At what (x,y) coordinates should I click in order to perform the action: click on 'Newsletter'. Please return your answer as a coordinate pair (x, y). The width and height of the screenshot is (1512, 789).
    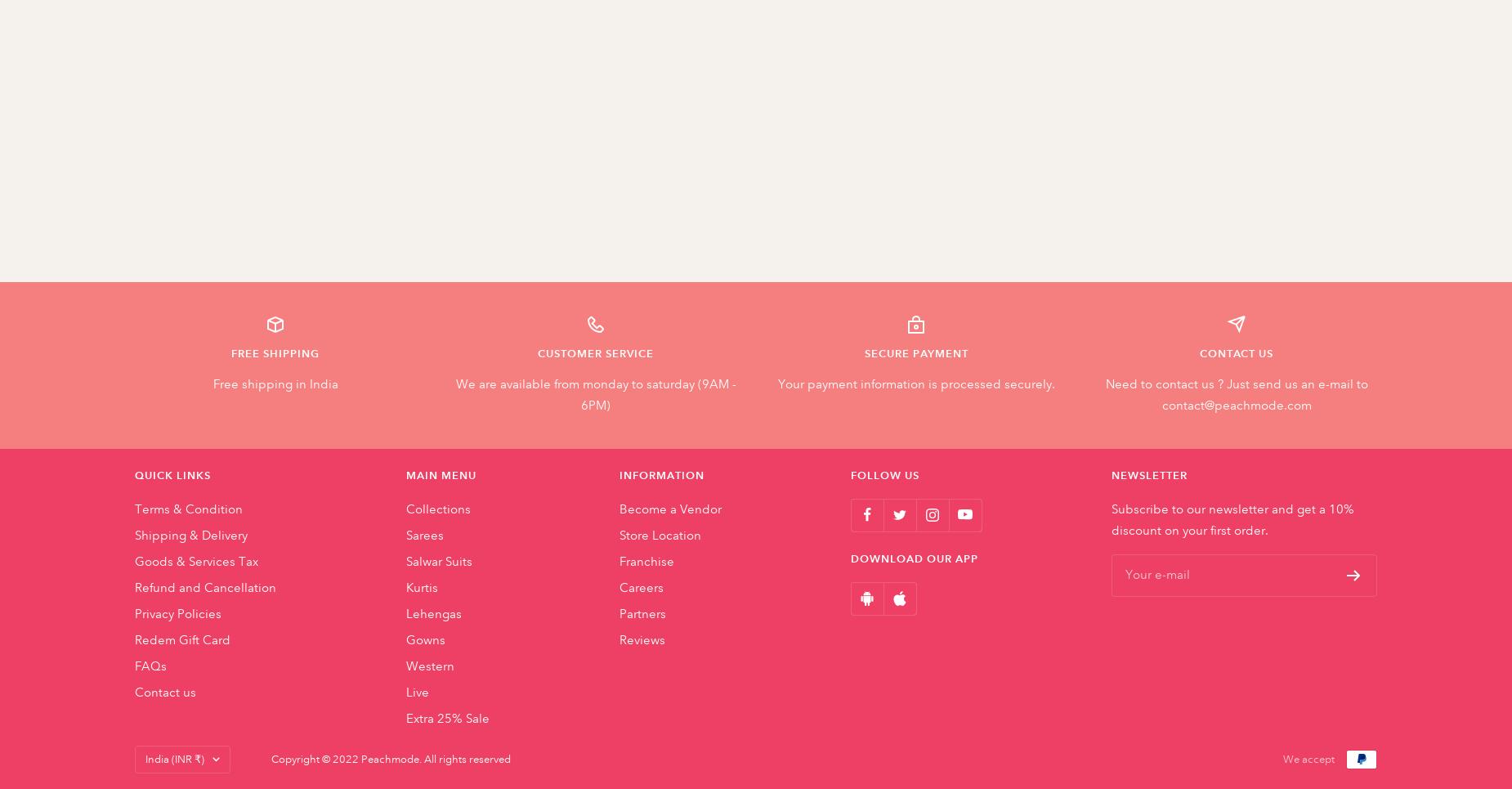
    Looking at the image, I should click on (1149, 475).